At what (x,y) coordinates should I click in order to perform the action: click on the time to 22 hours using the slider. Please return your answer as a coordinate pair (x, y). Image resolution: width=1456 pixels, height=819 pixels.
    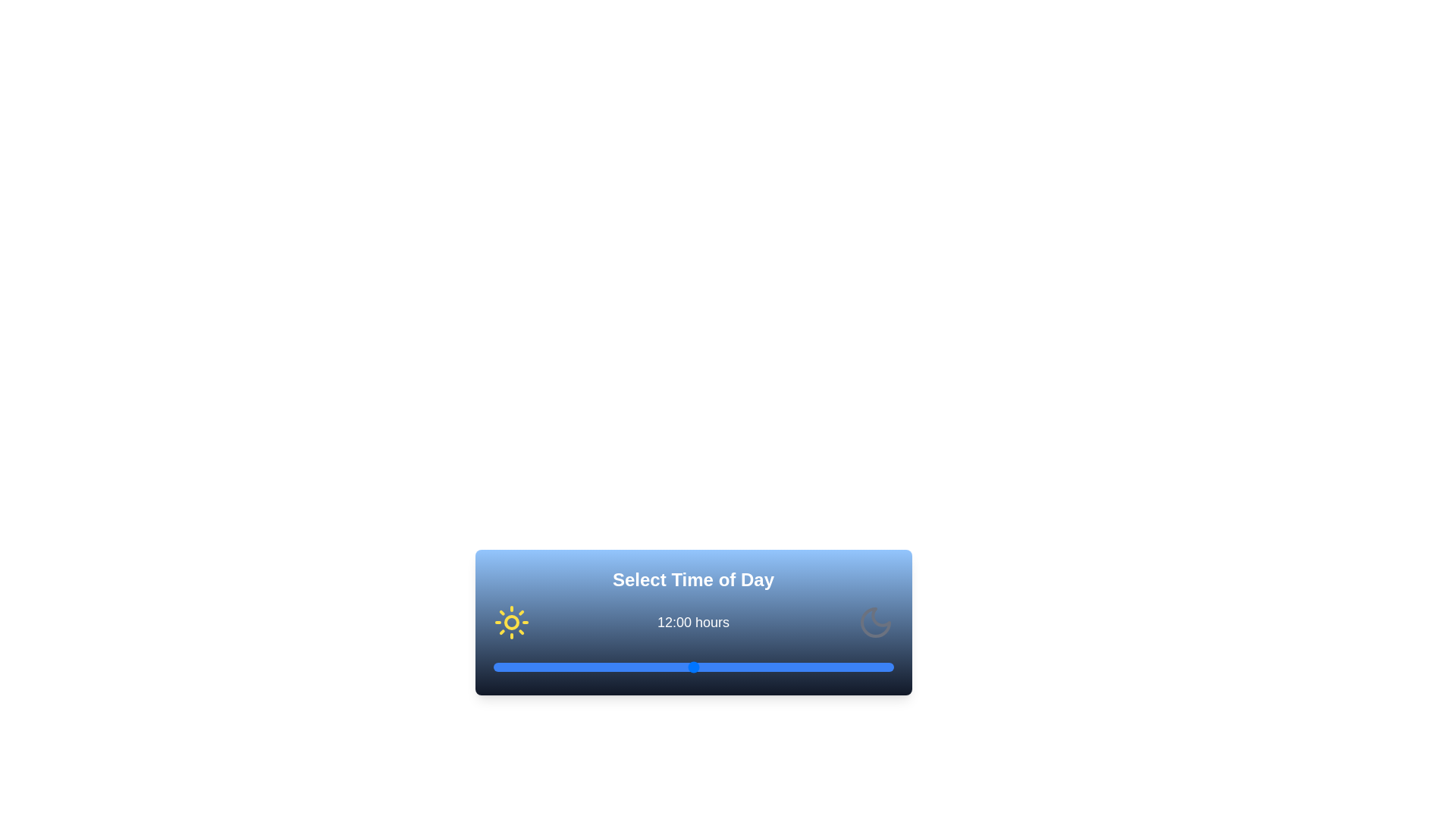
    Looking at the image, I should click on (860, 666).